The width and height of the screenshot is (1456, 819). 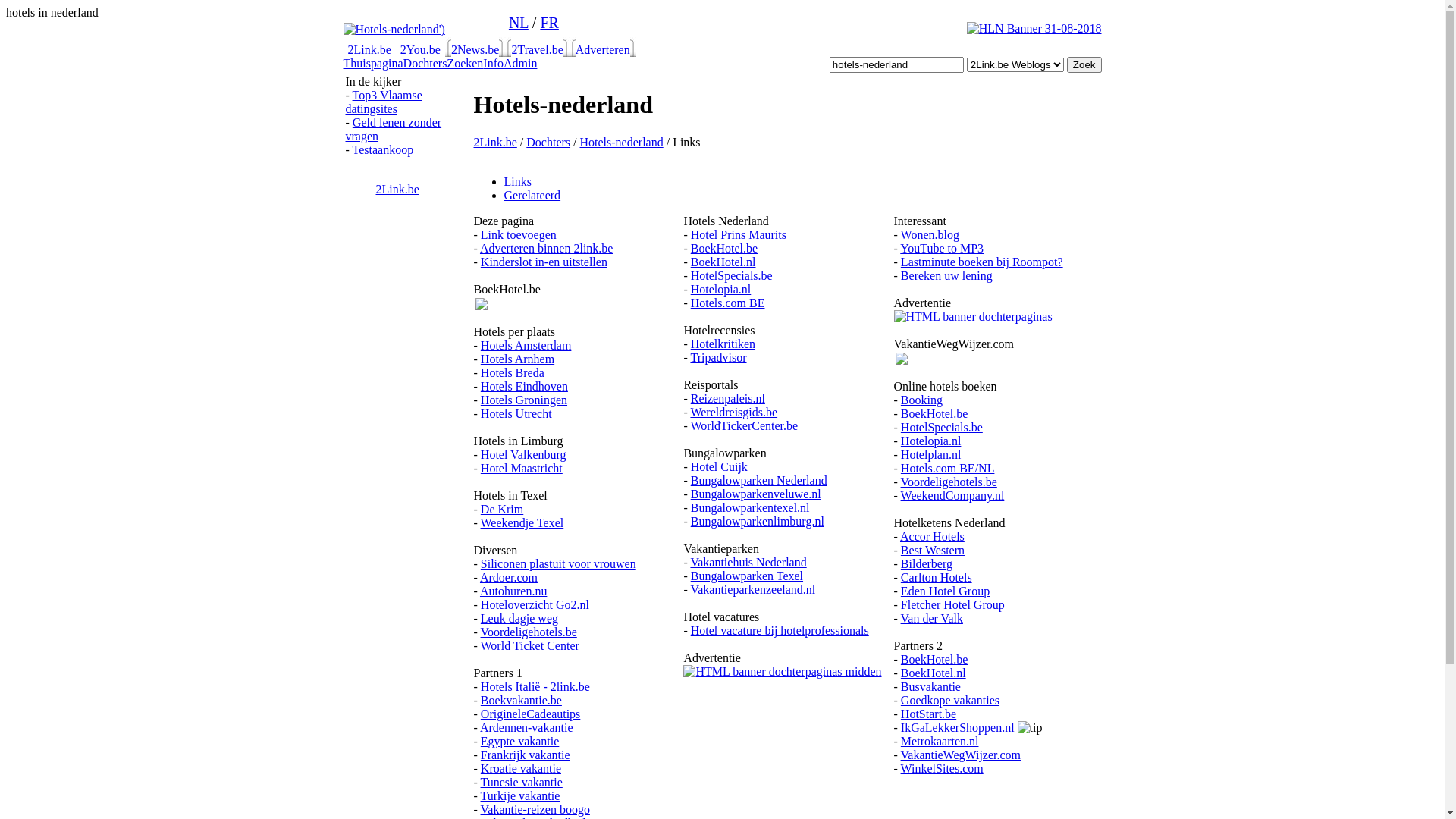 I want to click on 'WinkelSites.com', so click(x=901, y=768).